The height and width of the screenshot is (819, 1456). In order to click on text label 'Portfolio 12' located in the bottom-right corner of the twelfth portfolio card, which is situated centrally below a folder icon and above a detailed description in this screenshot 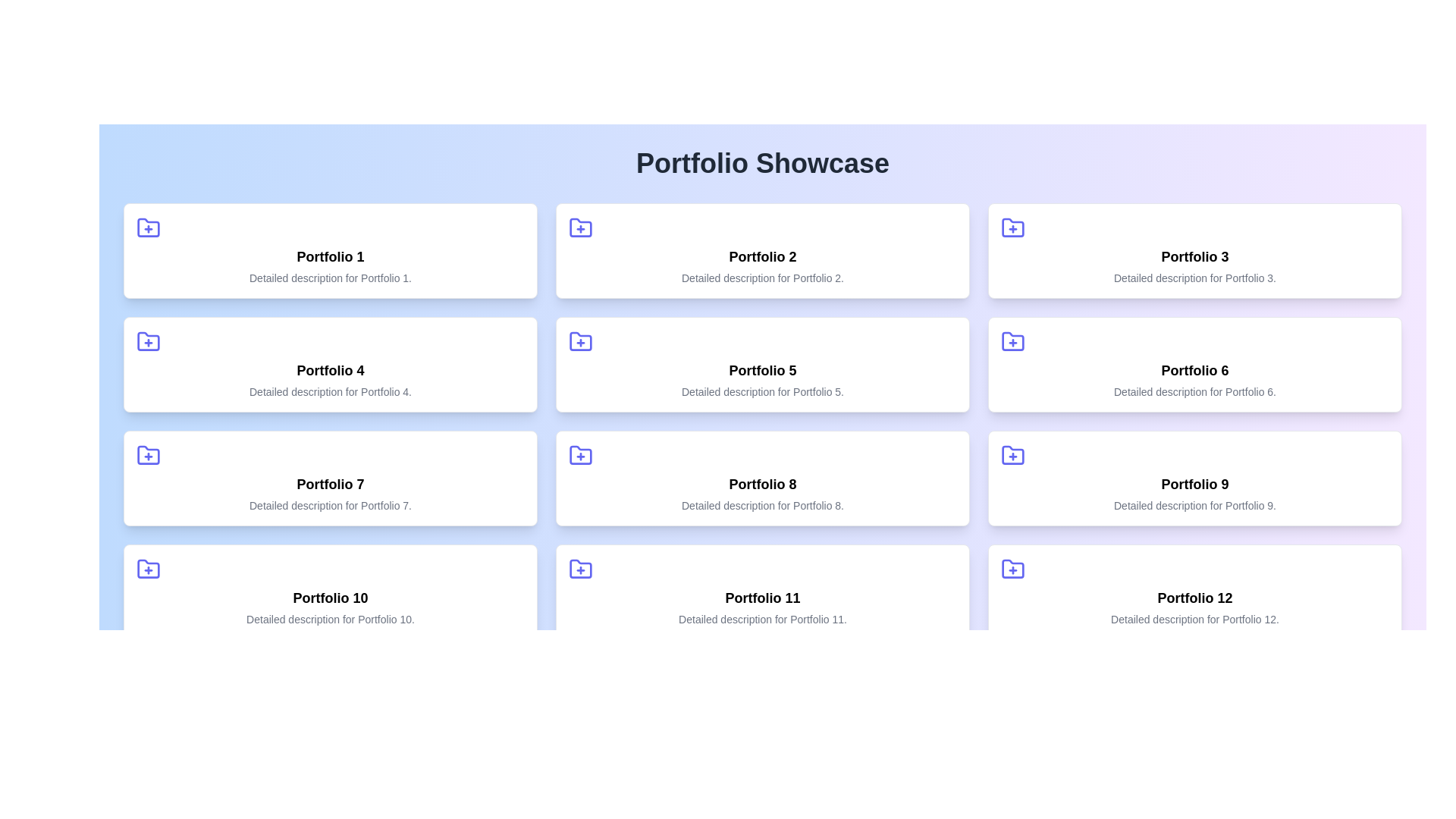, I will do `click(1194, 598)`.